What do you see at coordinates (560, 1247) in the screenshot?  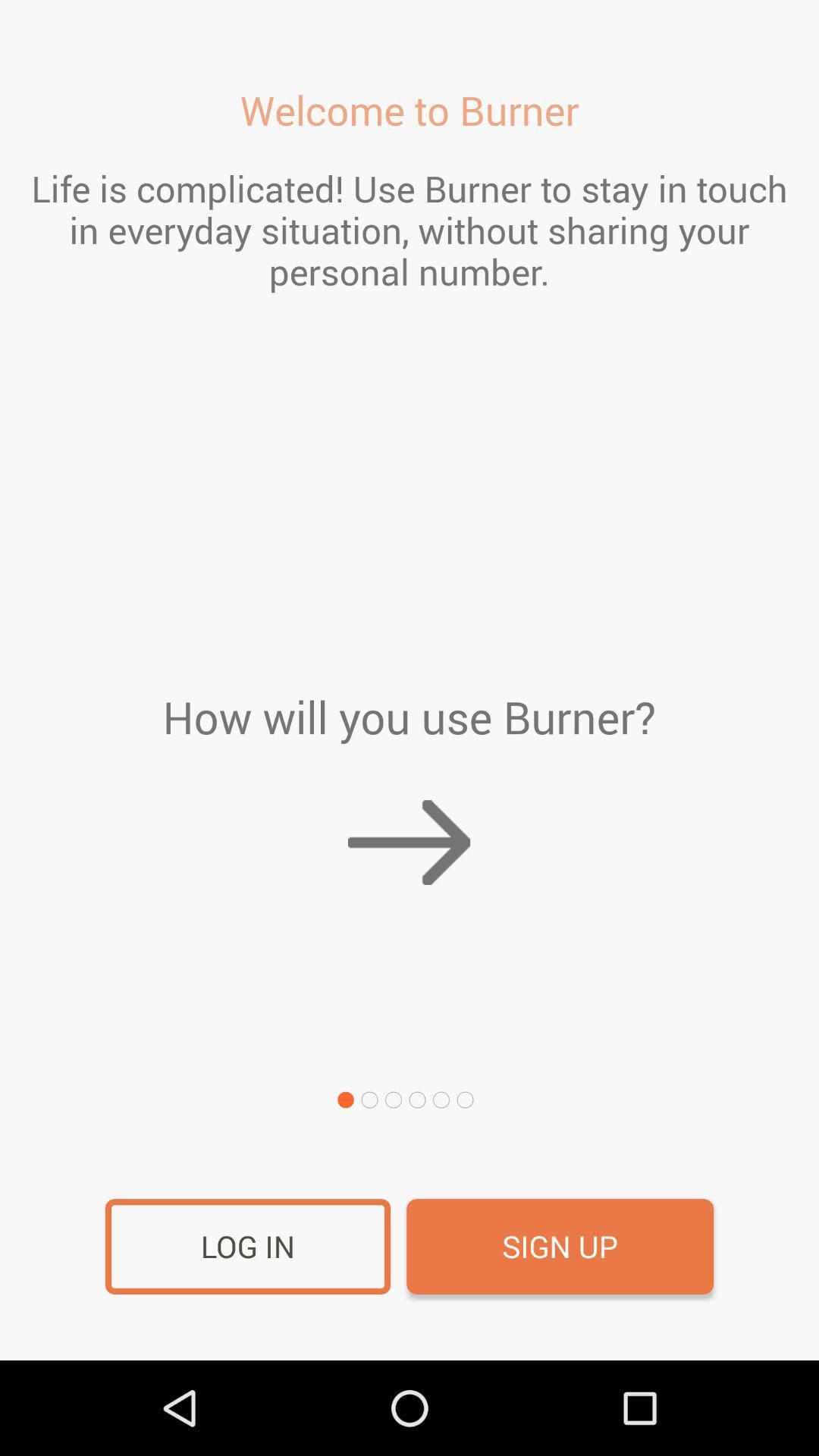 I see `the sign up icon` at bounding box center [560, 1247].